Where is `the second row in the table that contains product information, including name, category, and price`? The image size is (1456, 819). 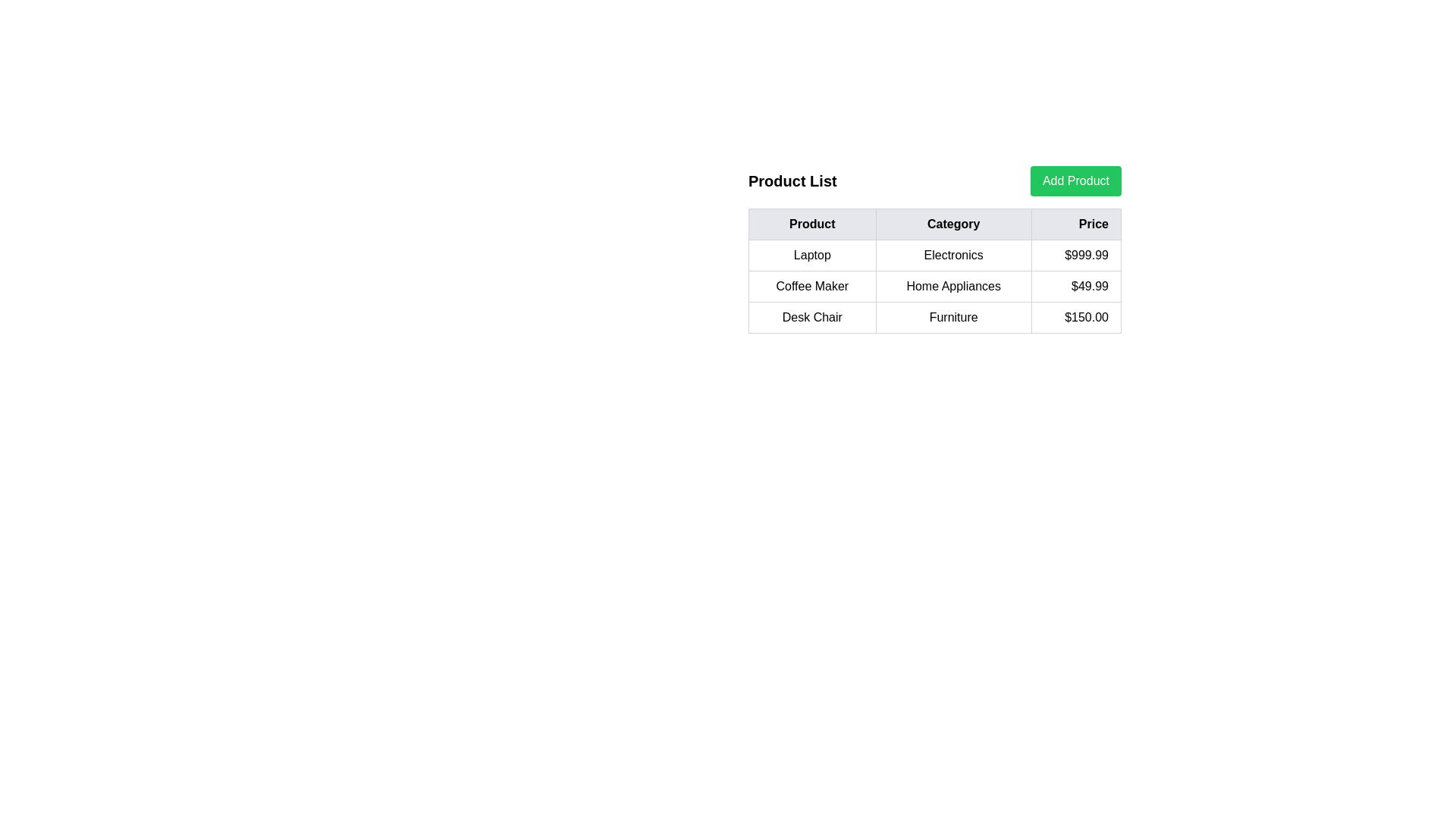 the second row in the table that contains product information, including name, category, and price is located at coordinates (934, 287).